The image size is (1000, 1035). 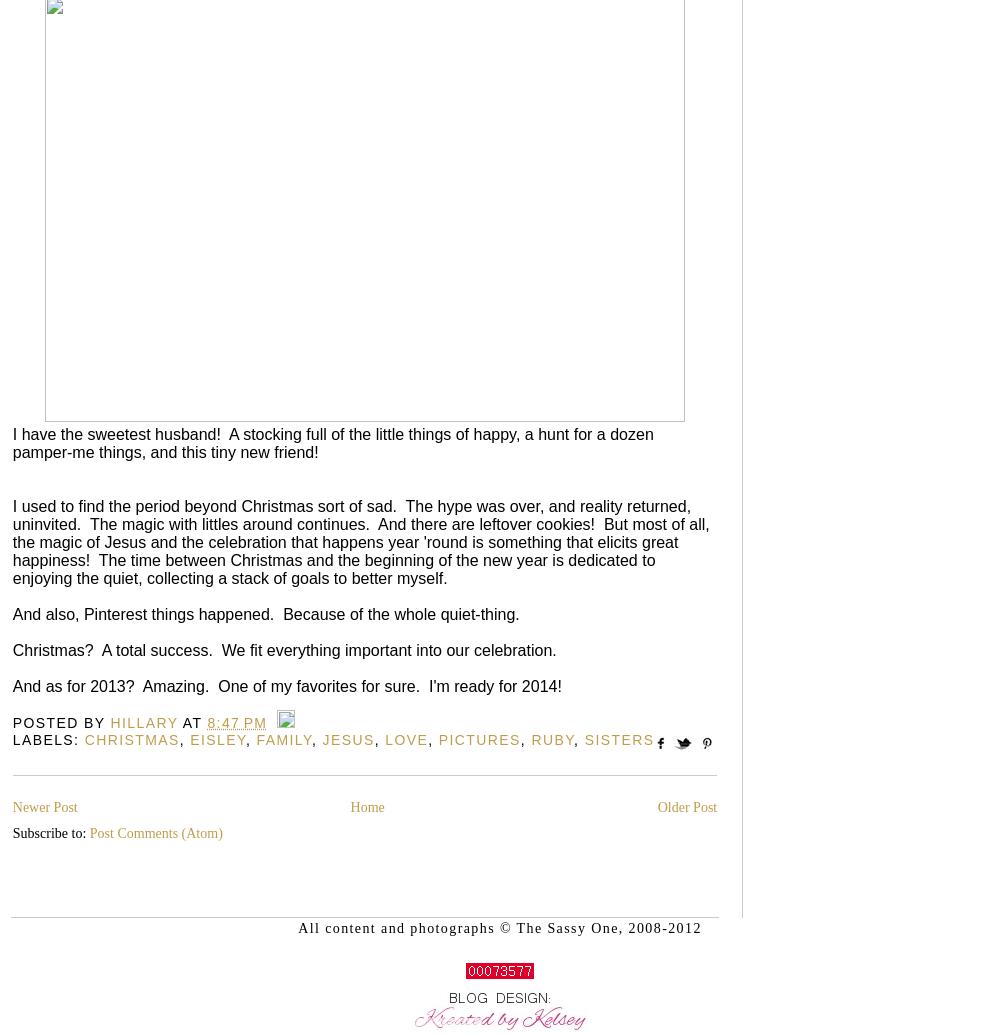 I want to click on 'Labels:', so click(x=48, y=739).